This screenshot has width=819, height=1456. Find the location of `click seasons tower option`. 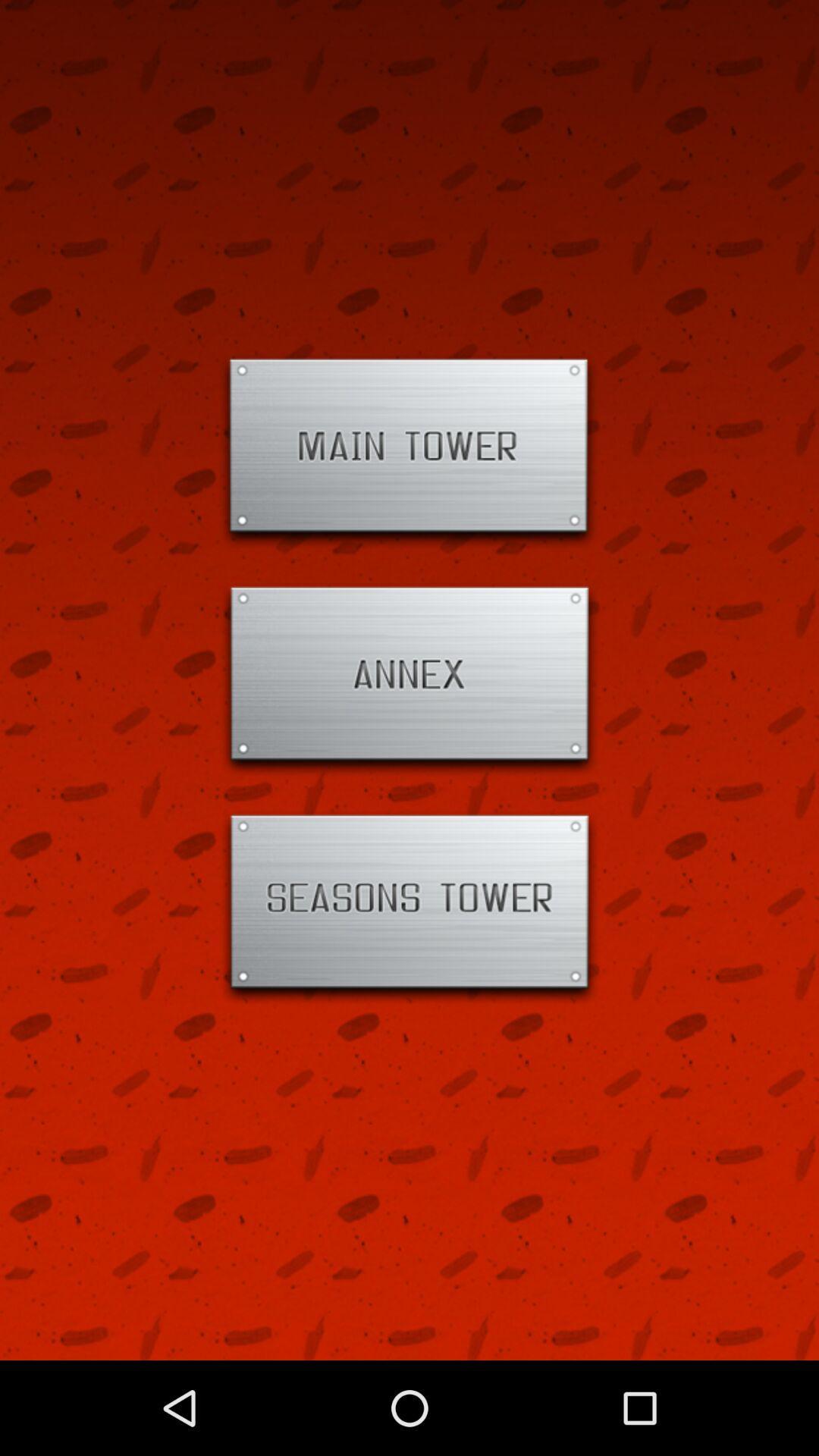

click seasons tower option is located at coordinates (409, 908).